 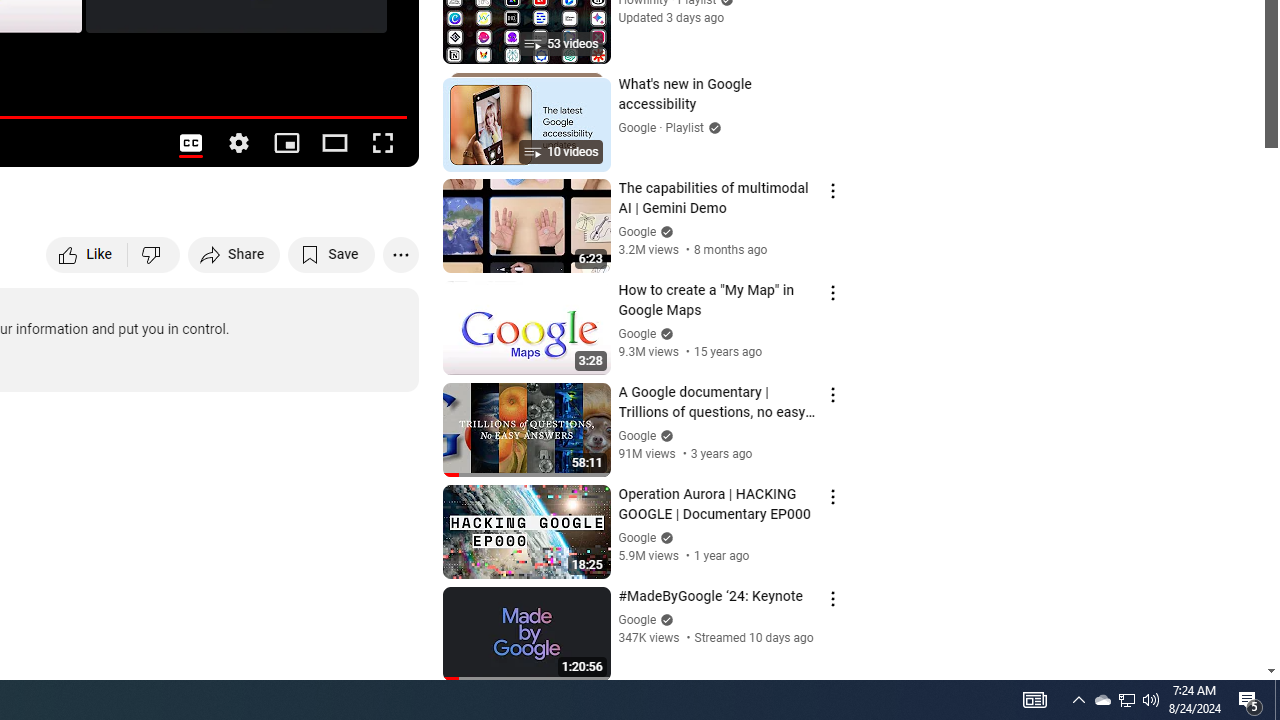 I want to click on 'Verified', so click(x=664, y=618).